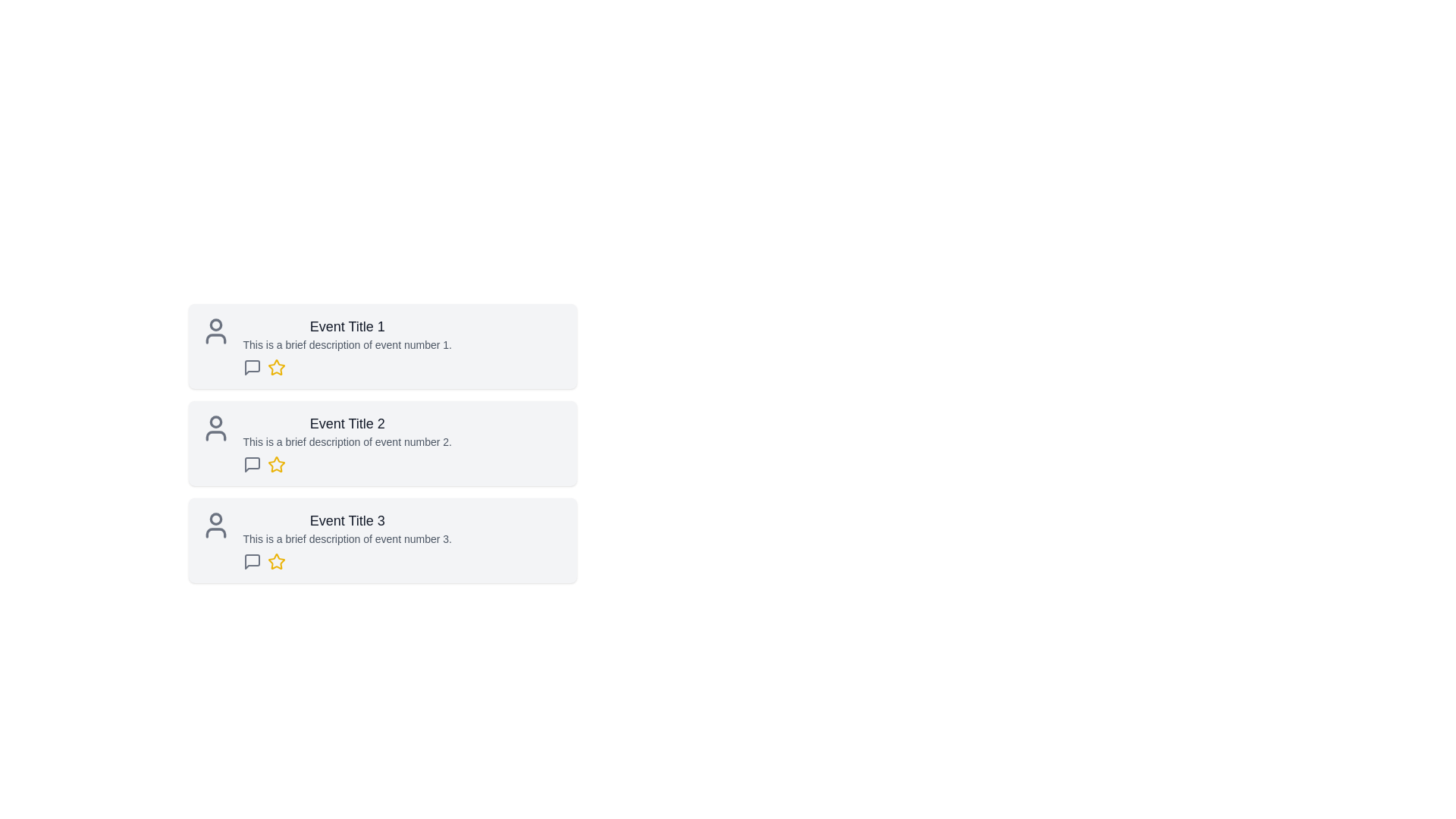  I want to click on the star icon located on the bottom-right segment of the row for 'Event Title 3', so click(276, 561).